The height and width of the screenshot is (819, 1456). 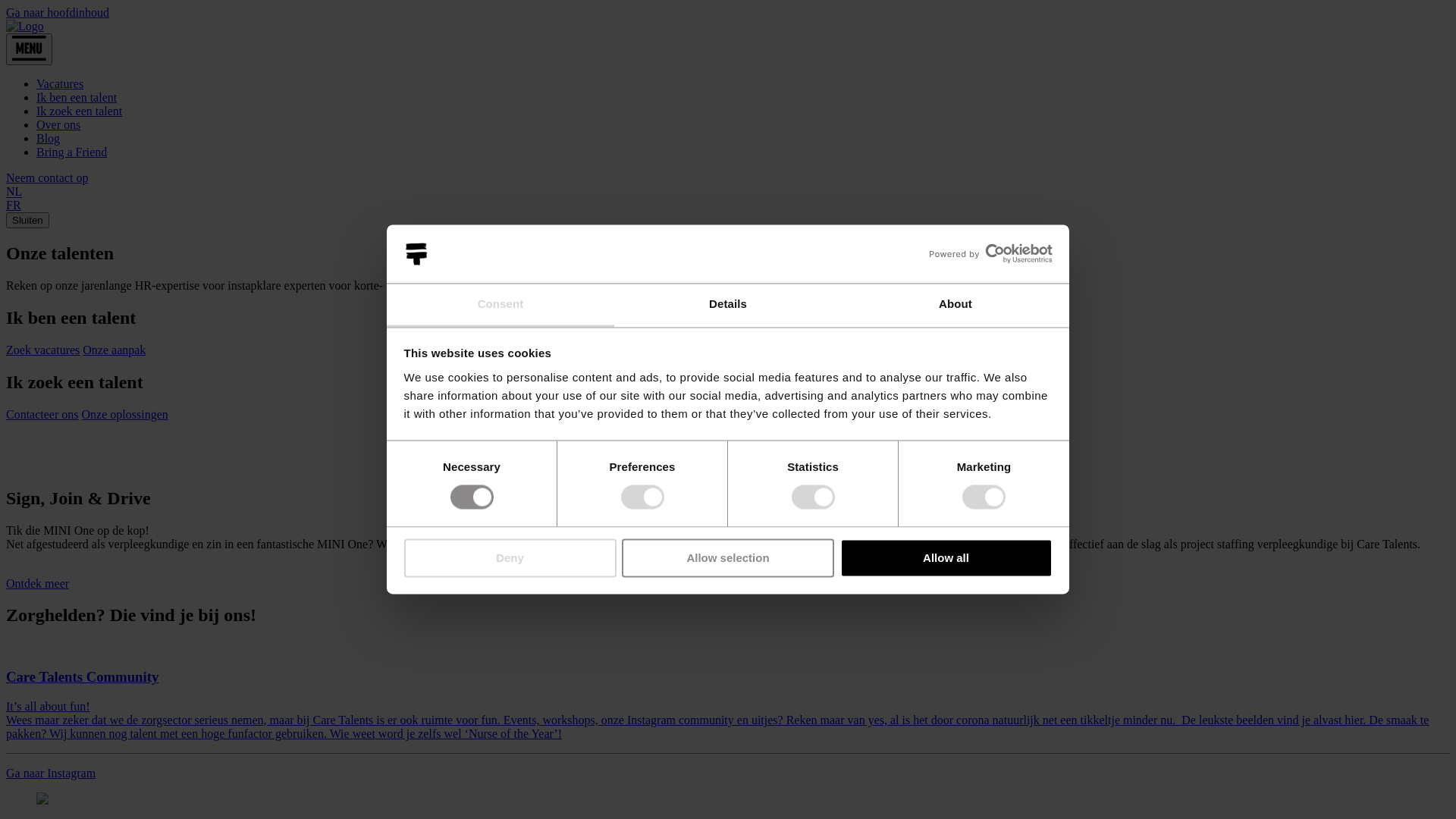 What do you see at coordinates (6, 220) in the screenshot?
I see `'Sluiten'` at bounding box center [6, 220].